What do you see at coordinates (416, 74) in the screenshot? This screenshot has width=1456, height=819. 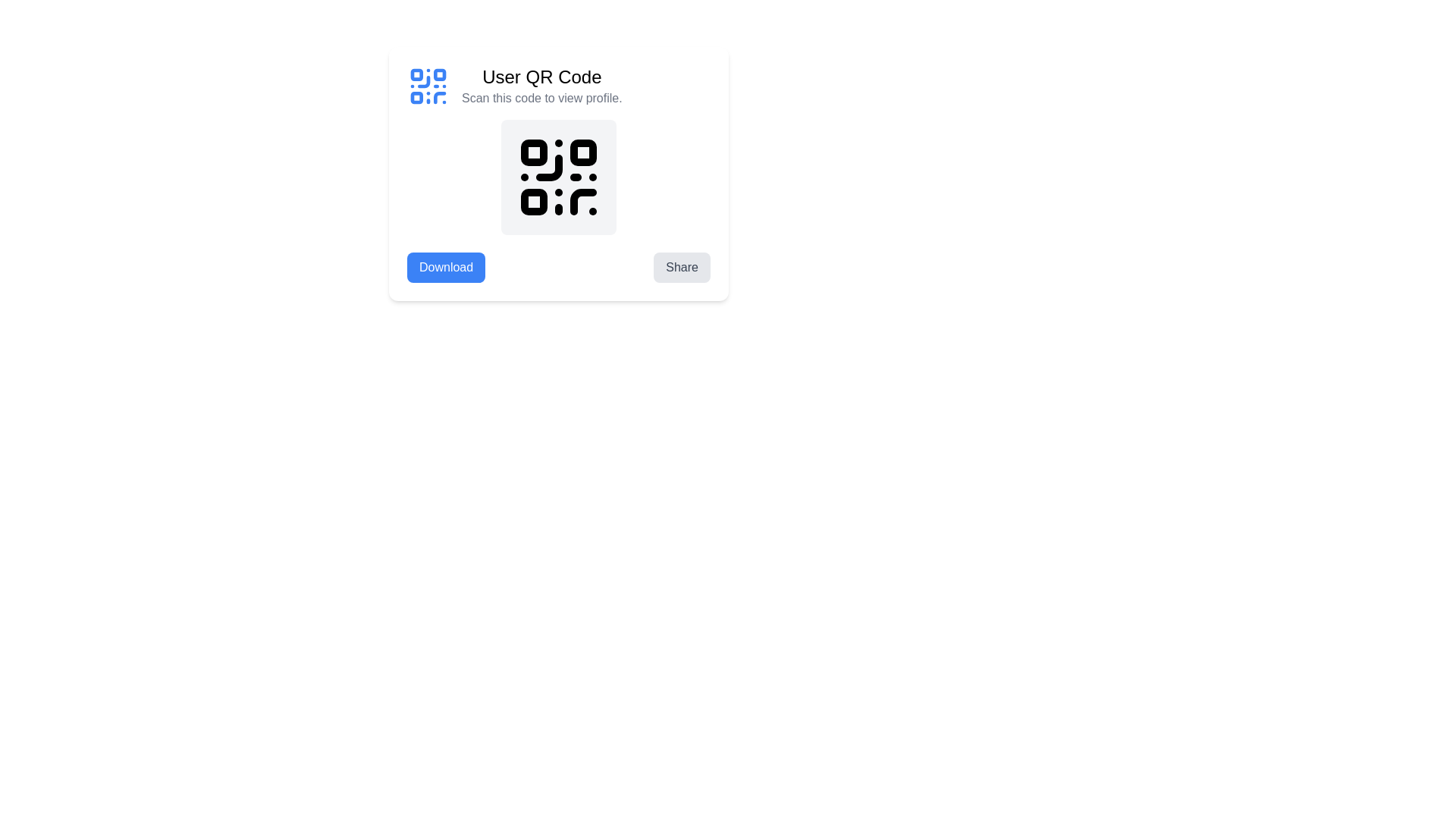 I see `the small blue square with rounded corners located in the top-left corner of the QR code icon, just above the text 'User QR Code'` at bounding box center [416, 74].